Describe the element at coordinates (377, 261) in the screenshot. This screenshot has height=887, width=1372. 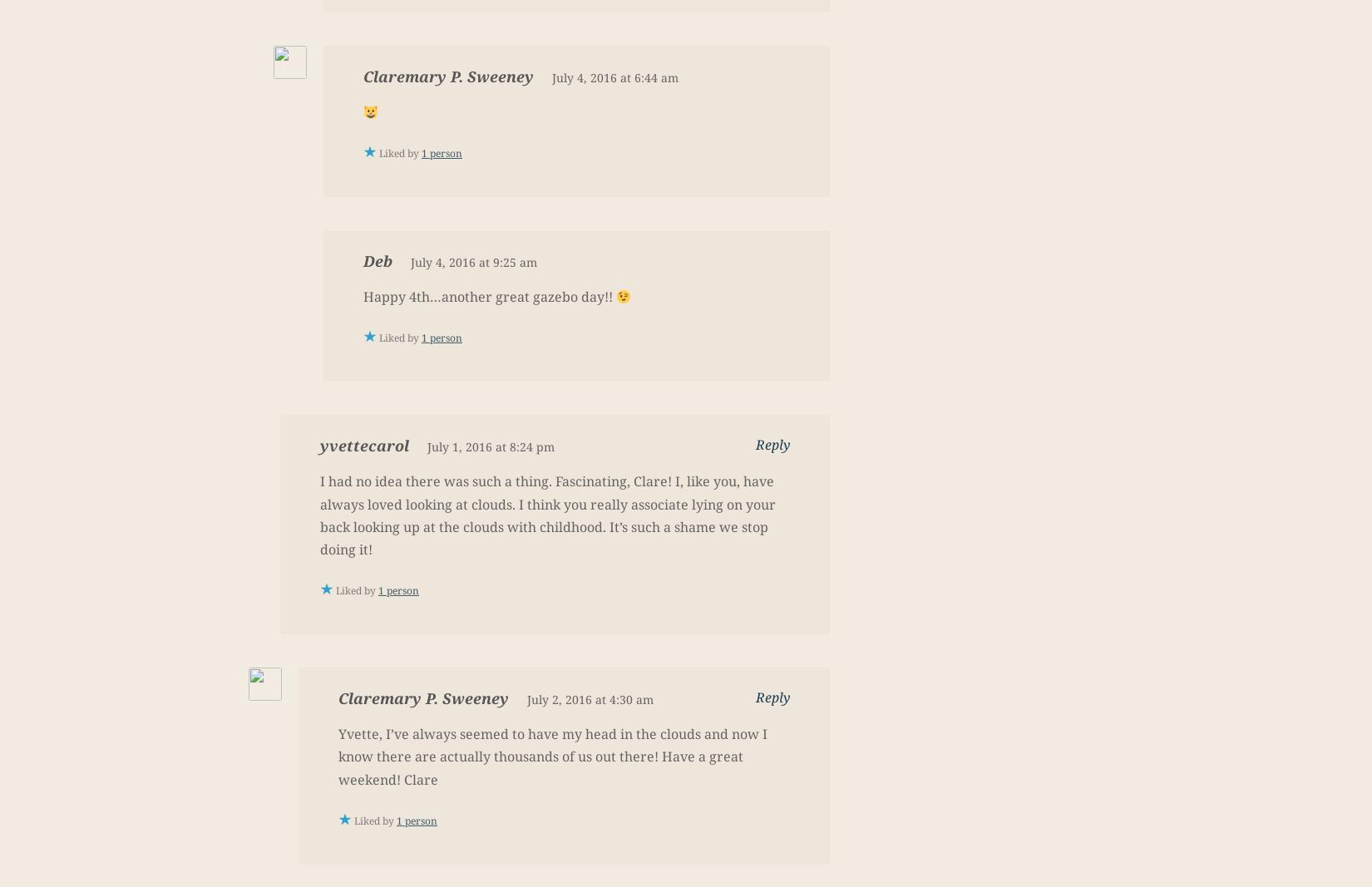
I see `'Deb'` at that location.